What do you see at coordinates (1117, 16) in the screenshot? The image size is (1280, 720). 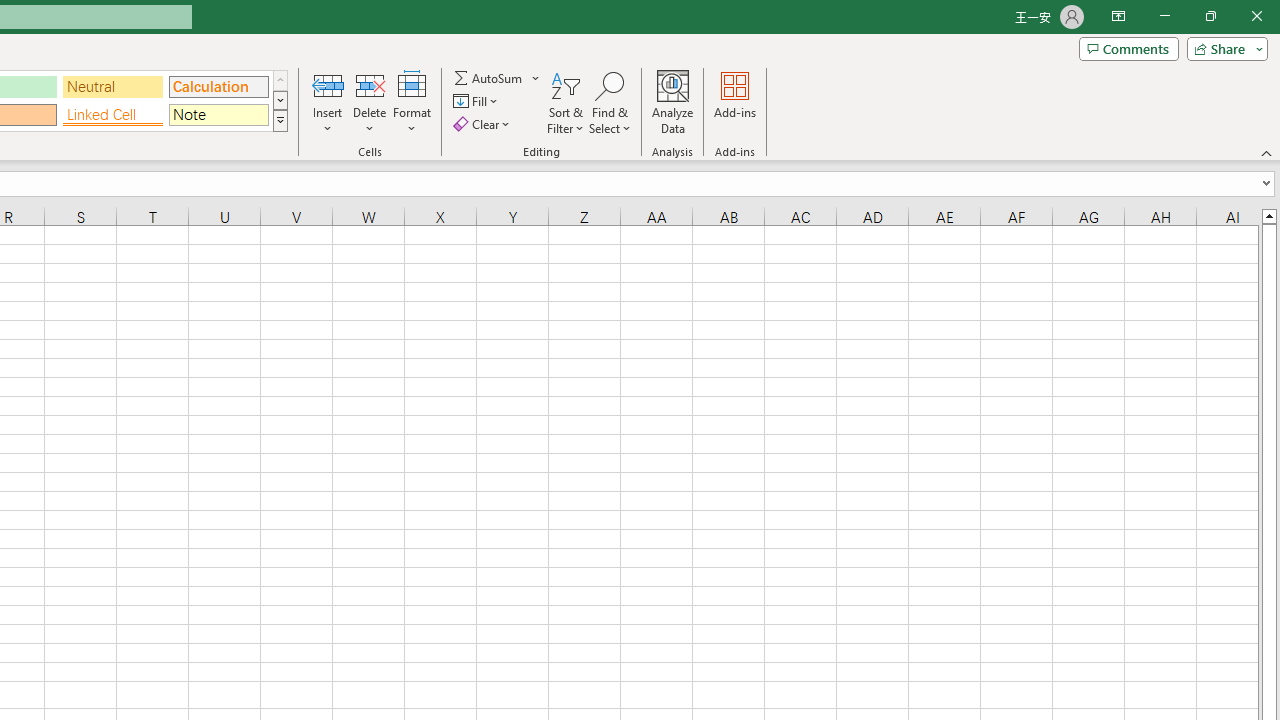 I see `'Ribbon Display Options'` at bounding box center [1117, 16].